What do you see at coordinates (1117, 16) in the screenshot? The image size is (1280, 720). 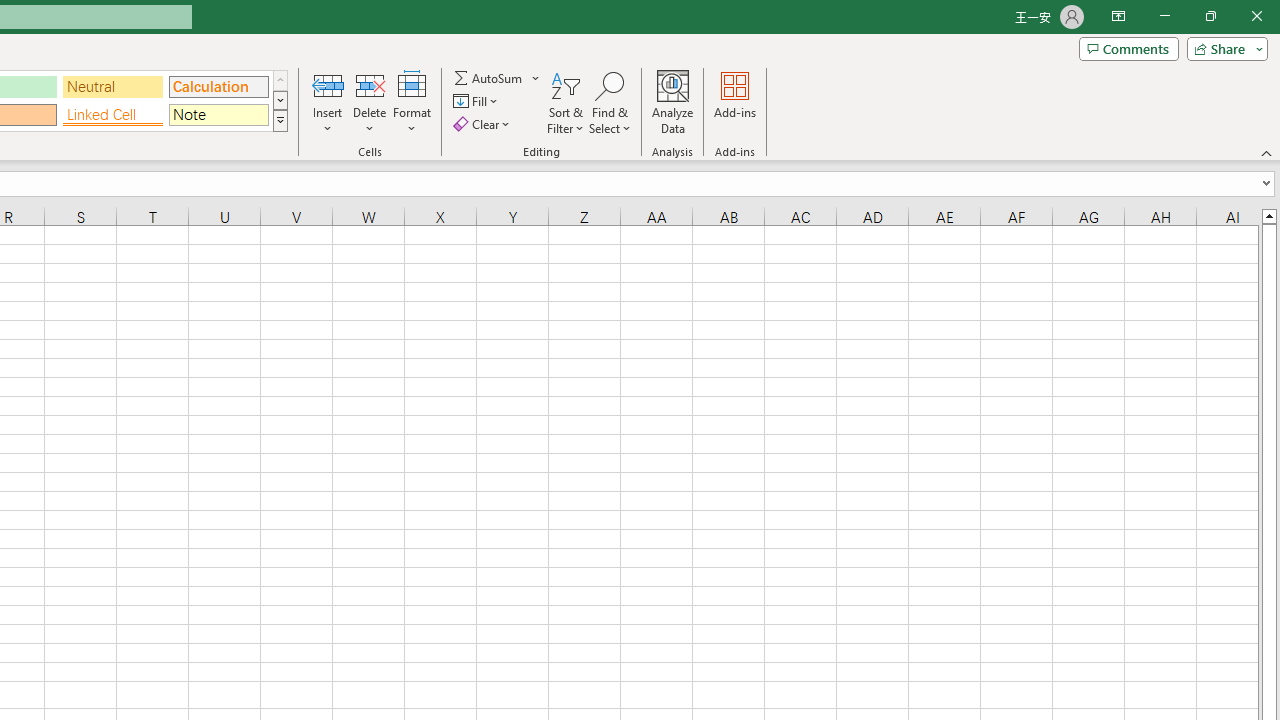 I see `'Ribbon Display Options'` at bounding box center [1117, 16].